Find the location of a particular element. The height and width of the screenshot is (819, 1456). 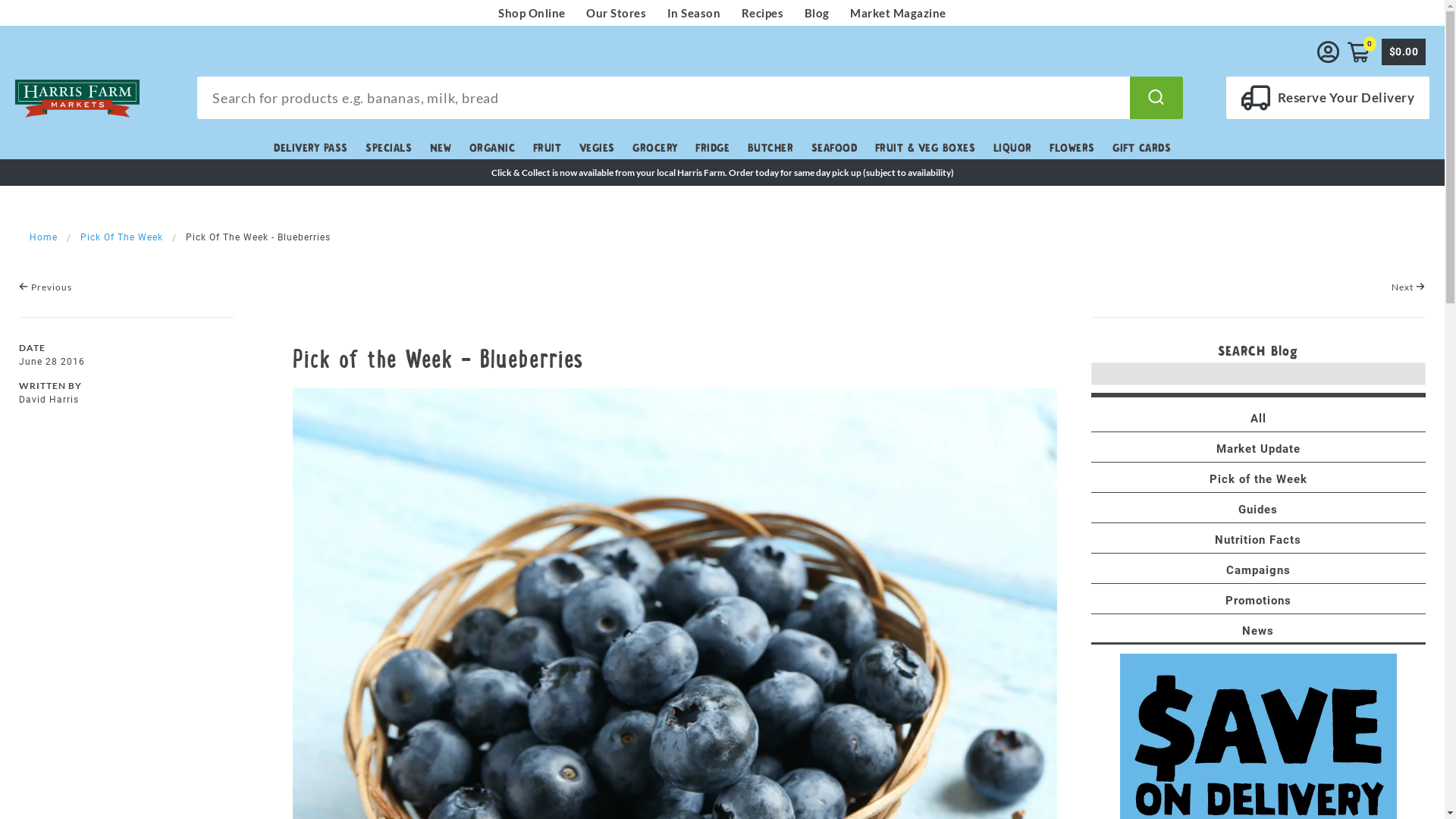

'ORGANIC' is located at coordinates (491, 148).